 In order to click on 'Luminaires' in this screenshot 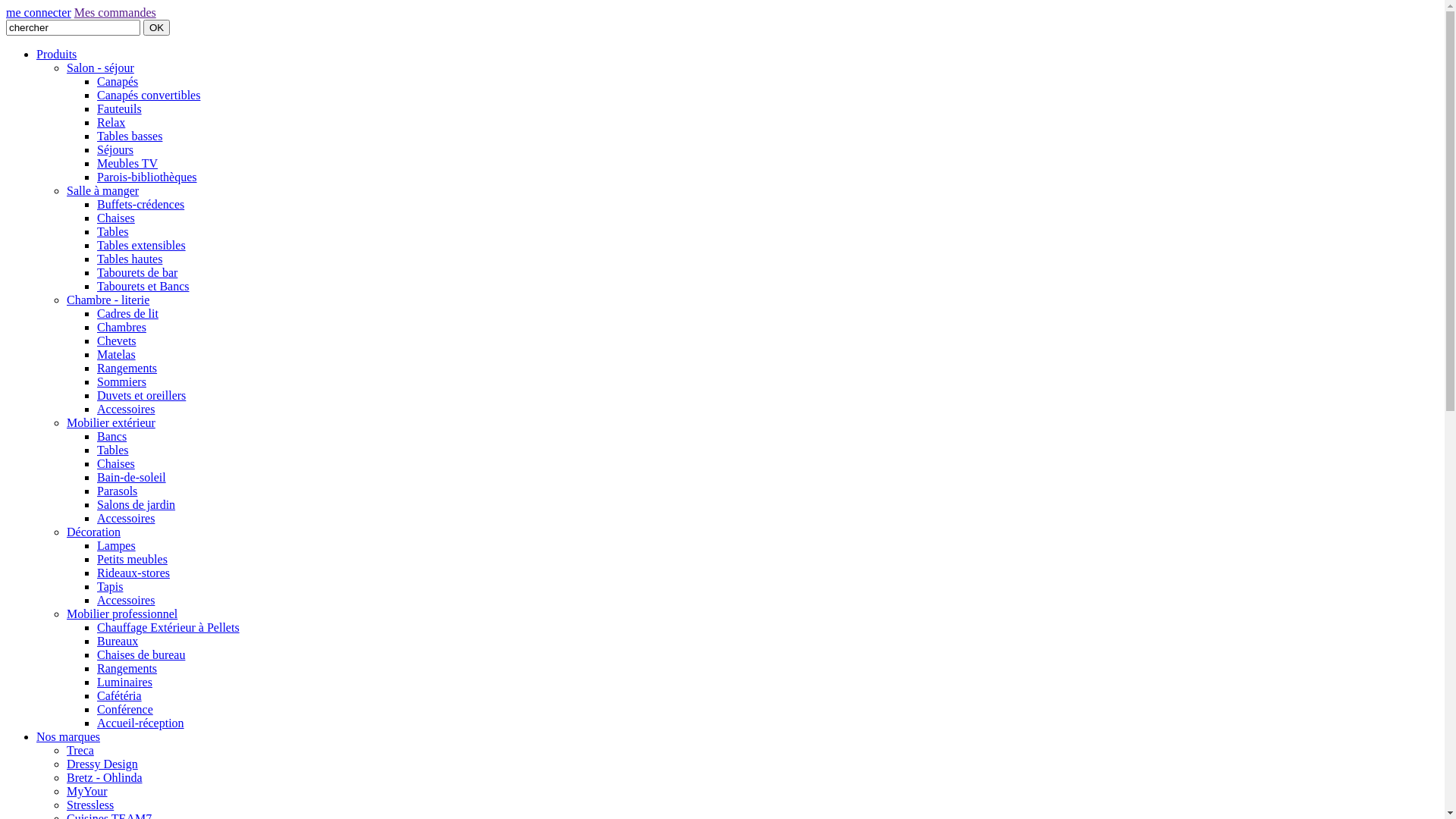, I will do `click(124, 681)`.